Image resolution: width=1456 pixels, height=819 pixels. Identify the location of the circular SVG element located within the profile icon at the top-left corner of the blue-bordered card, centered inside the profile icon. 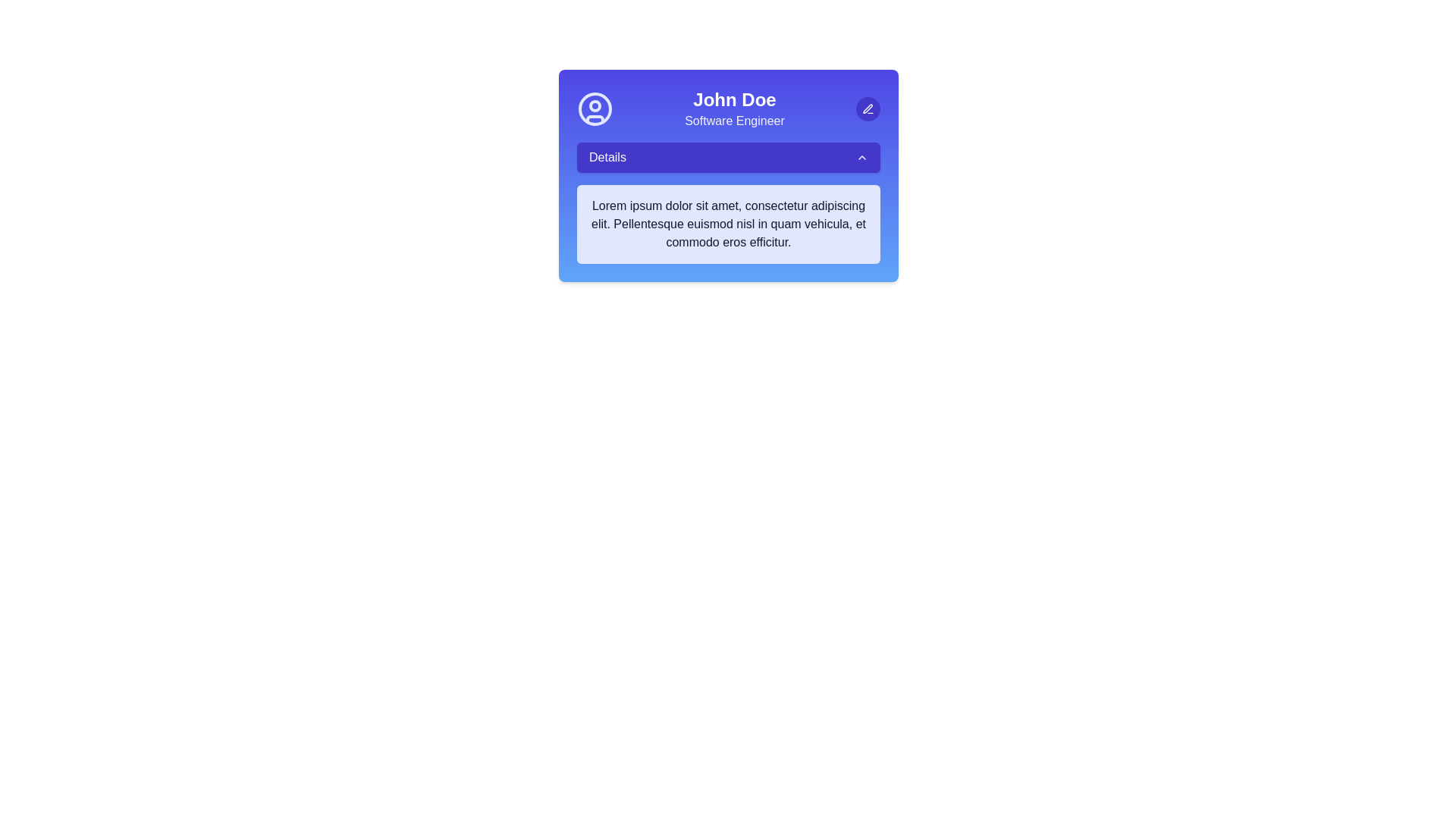
(595, 105).